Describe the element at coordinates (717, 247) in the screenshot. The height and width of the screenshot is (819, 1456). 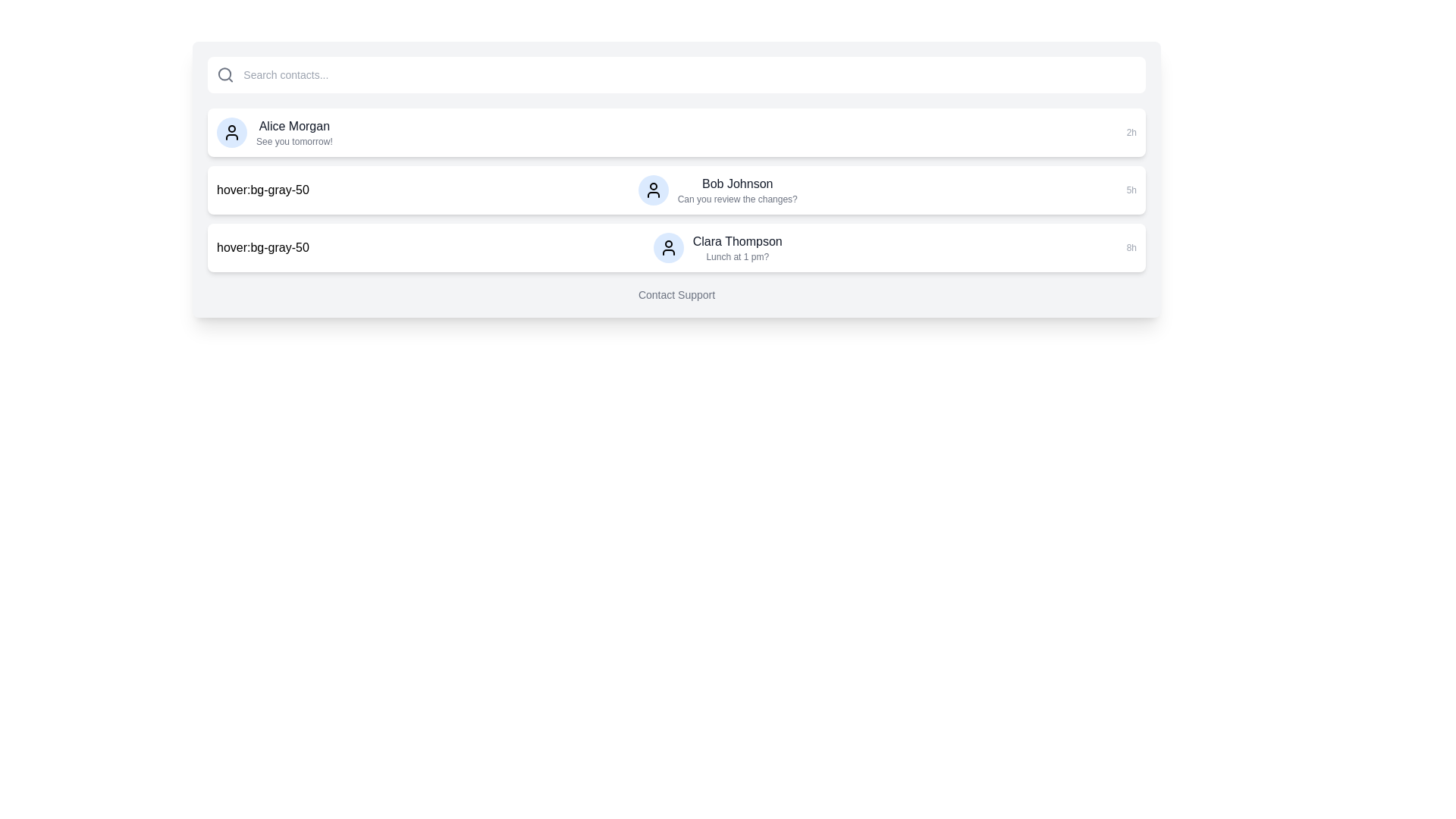
I see `the message preview for Clara Thompson, located in the third row of the itemized list` at that location.